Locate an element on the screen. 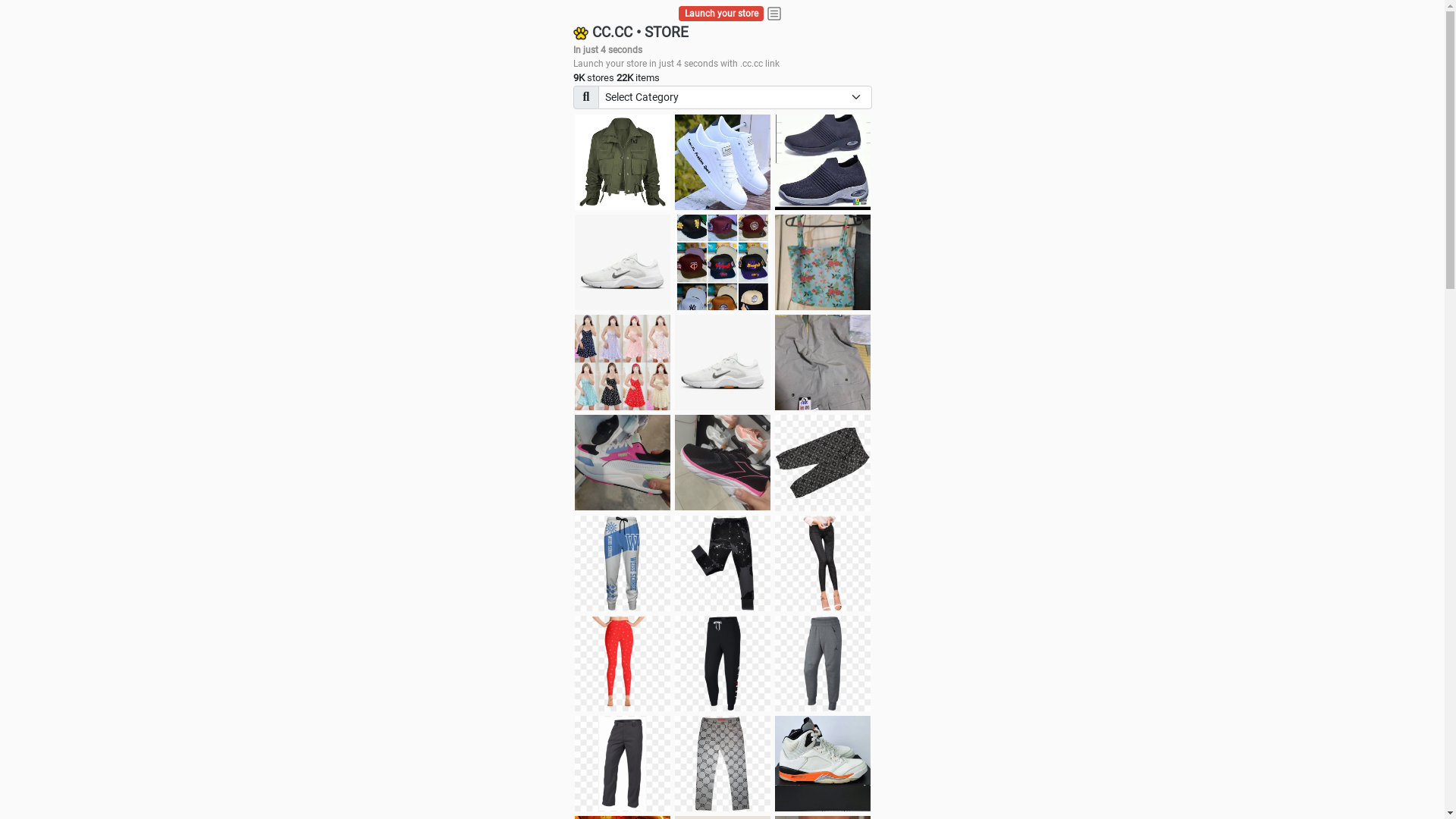 Image resolution: width=1456 pixels, height=819 pixels. 'Pant' is located at coordinates (622, 663).